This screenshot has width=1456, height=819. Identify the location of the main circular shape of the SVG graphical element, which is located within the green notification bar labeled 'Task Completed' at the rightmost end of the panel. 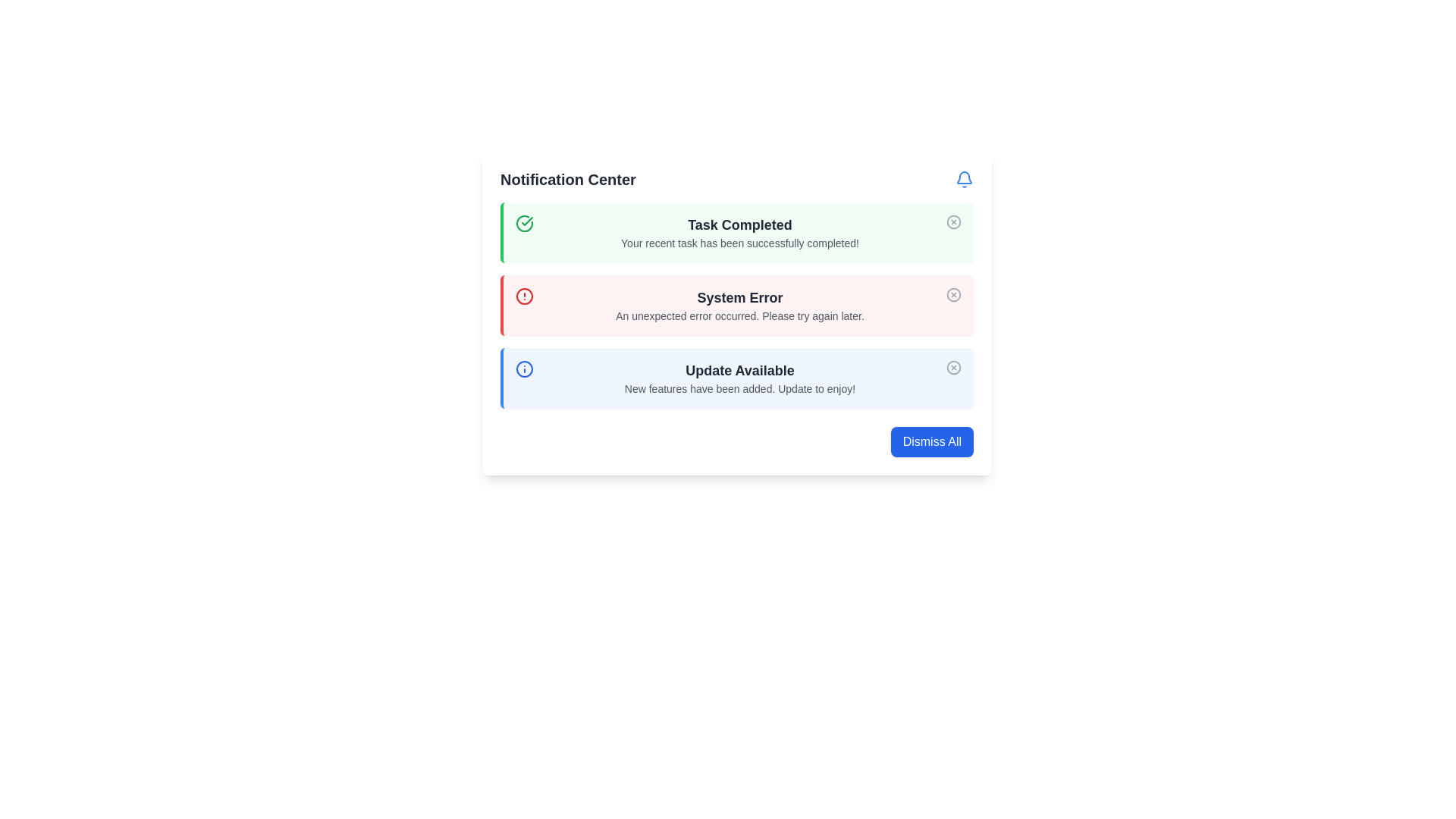
(952, 222).